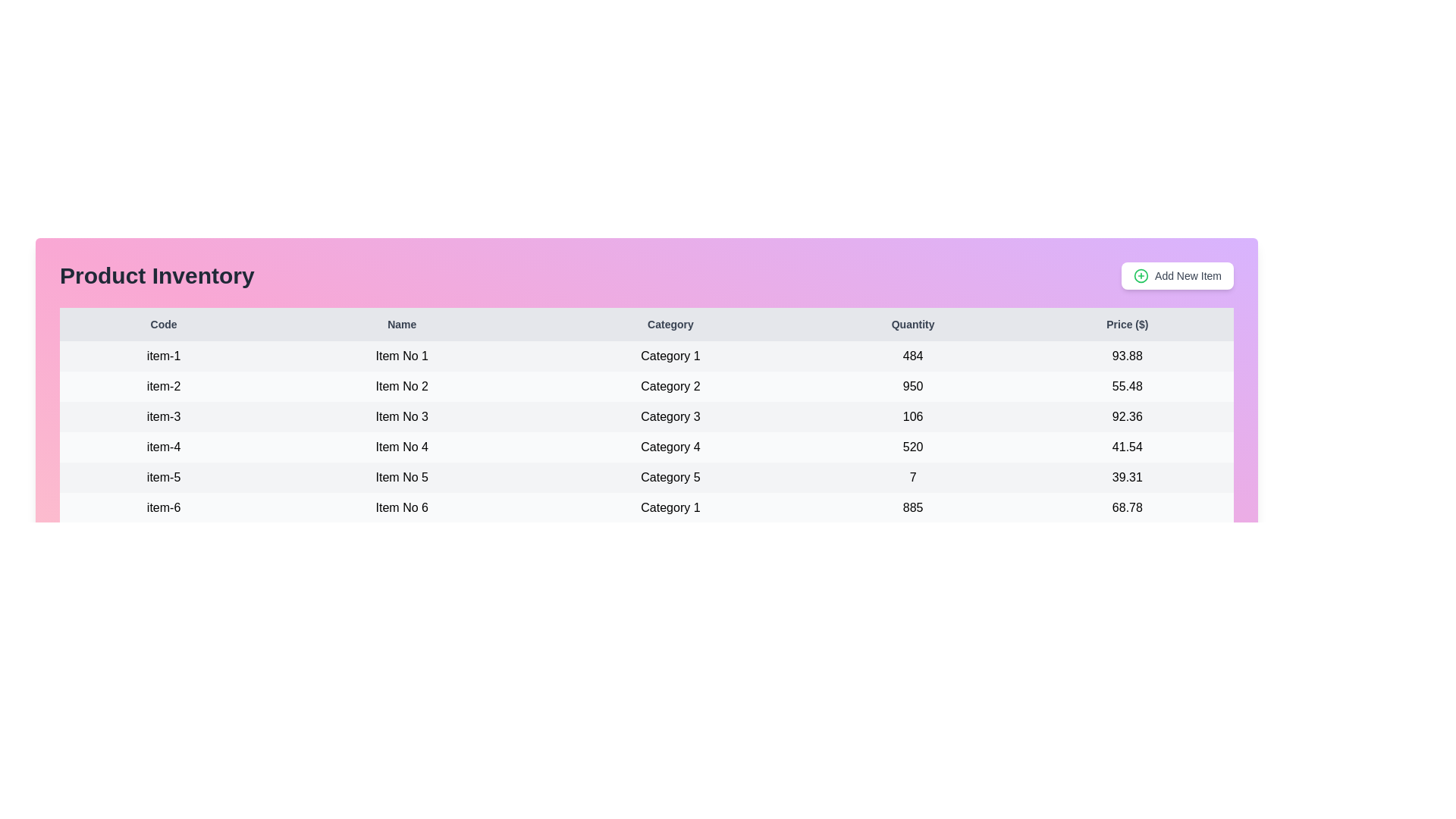 The image size is (1456, 819). I want to click on the text 'Product Inventory' in the header, so click(156, 275).